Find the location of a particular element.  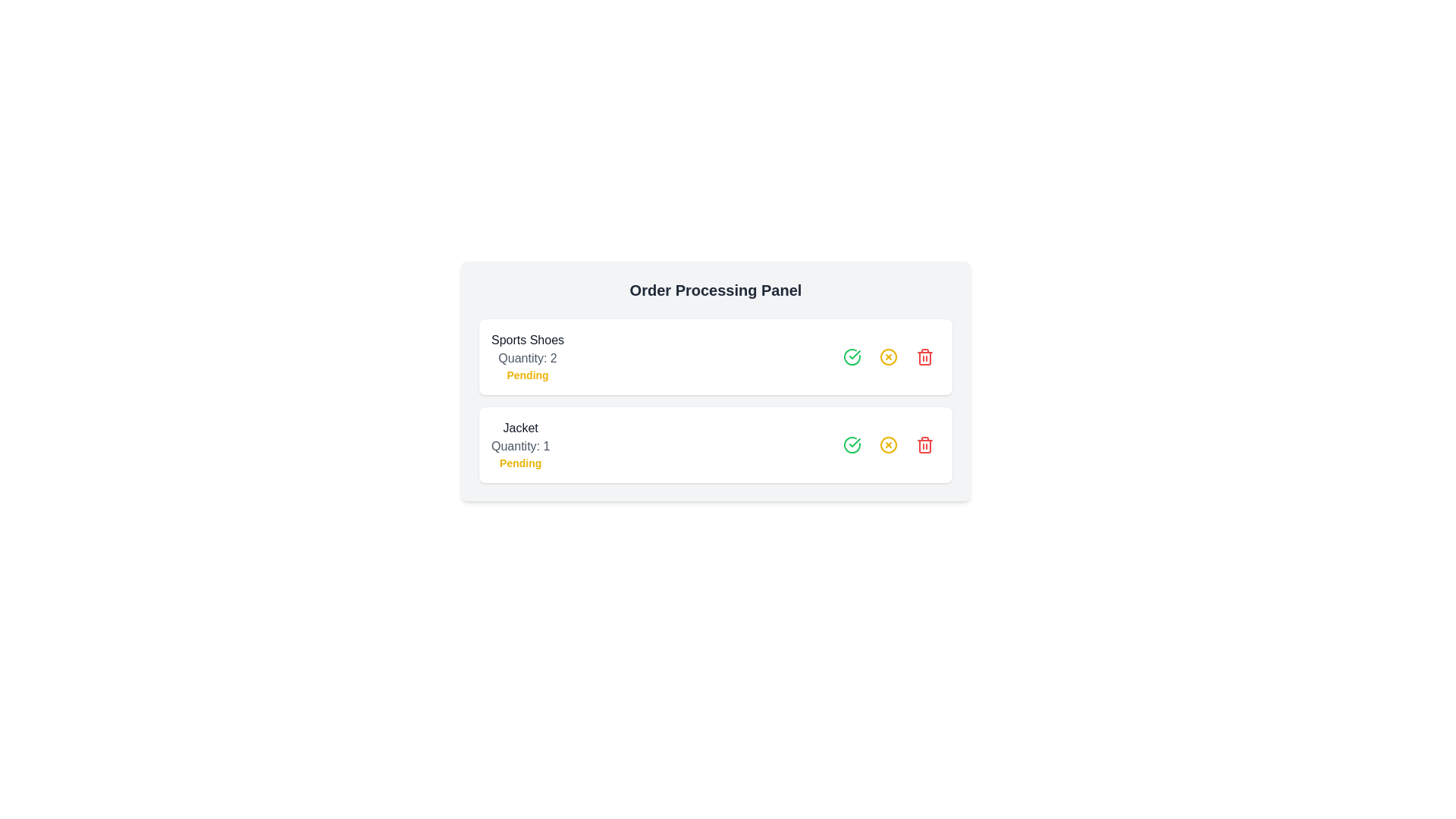

the circled 'X' icon located in the 'Order Processing Panel' is located at coordinates (888, 356).